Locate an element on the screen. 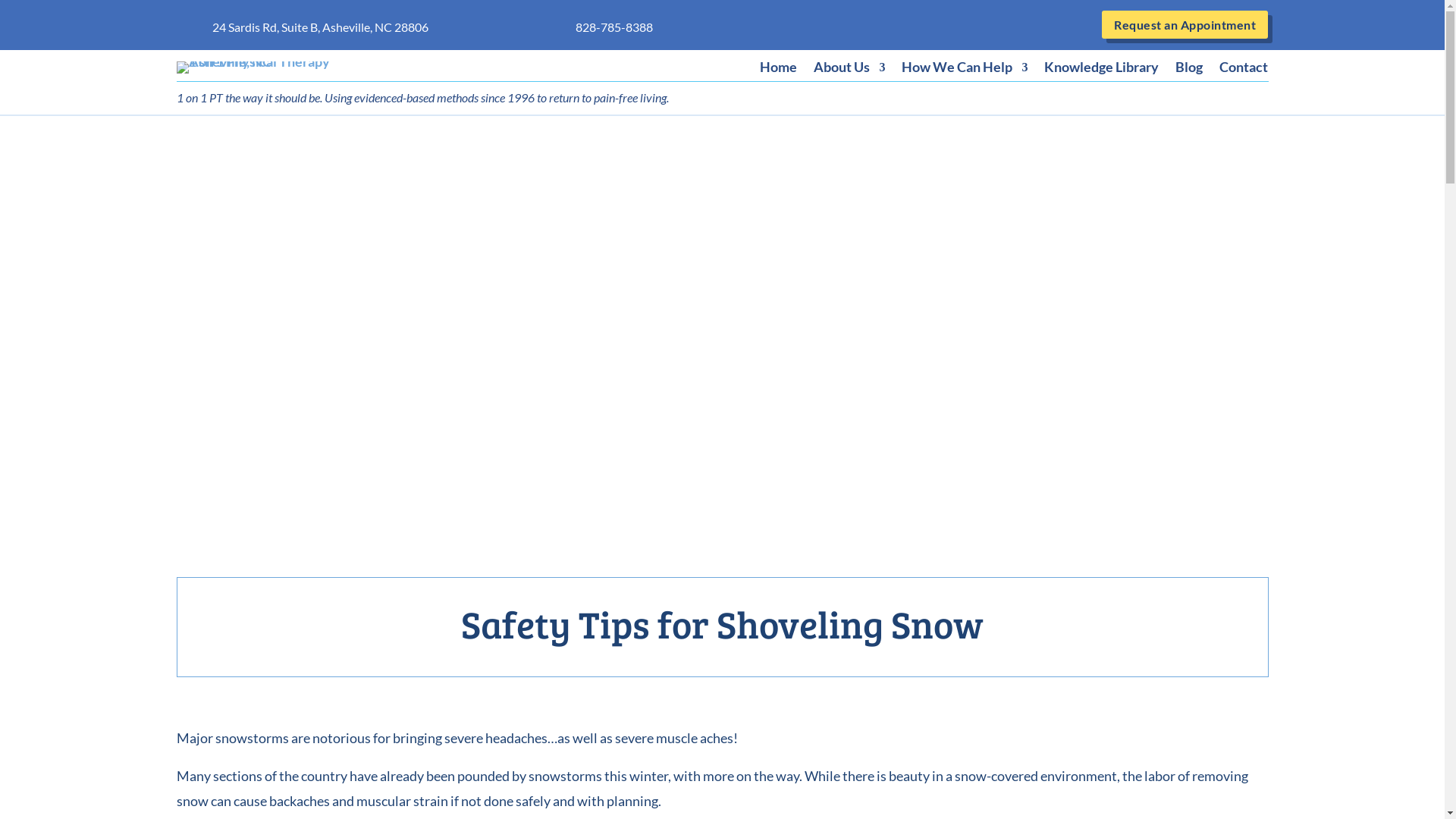  'Request an Appointment' is located at coordinates (1102, 24).